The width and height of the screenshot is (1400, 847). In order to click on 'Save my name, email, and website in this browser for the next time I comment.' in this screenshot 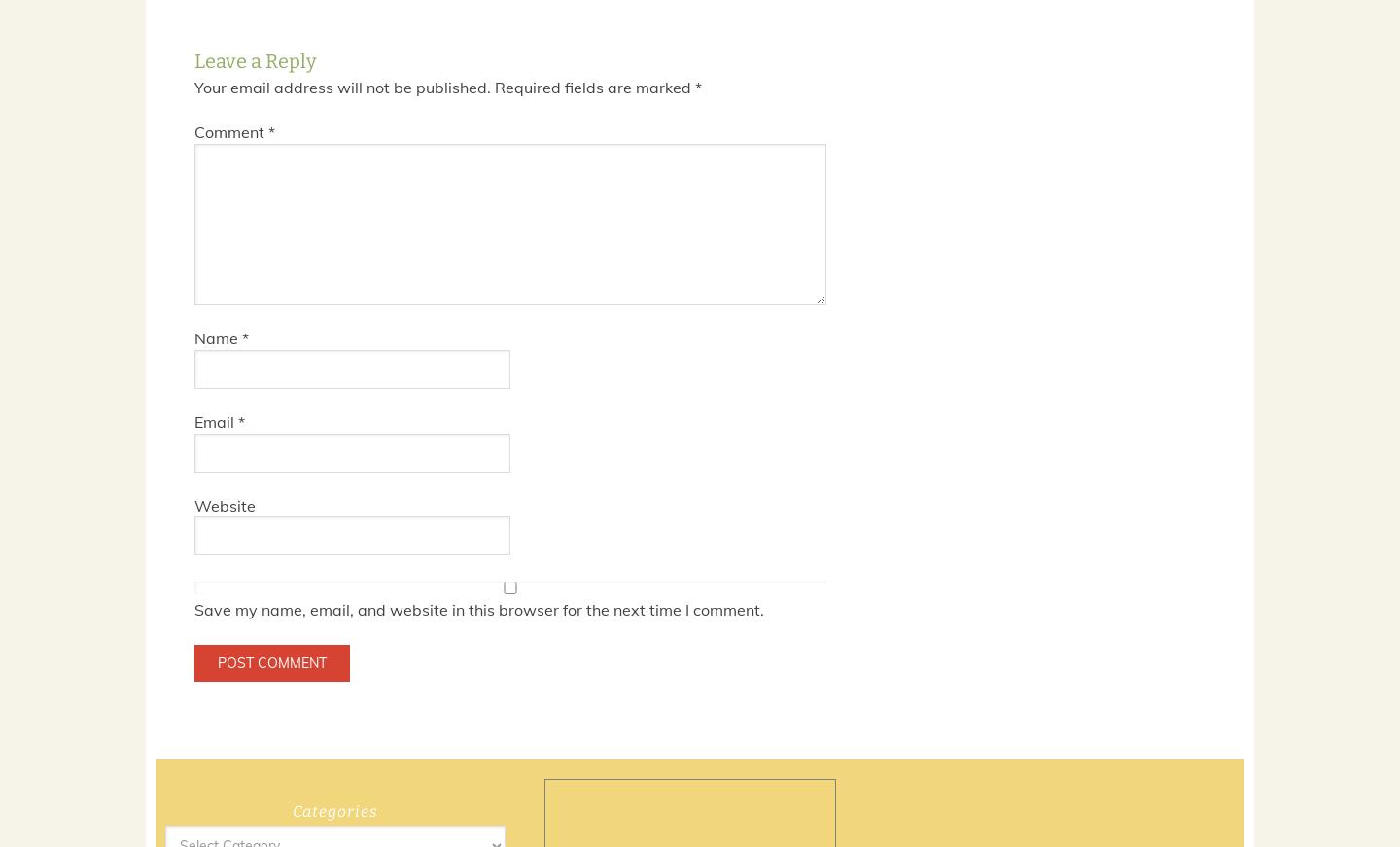, I will do `click(478, 609)`.